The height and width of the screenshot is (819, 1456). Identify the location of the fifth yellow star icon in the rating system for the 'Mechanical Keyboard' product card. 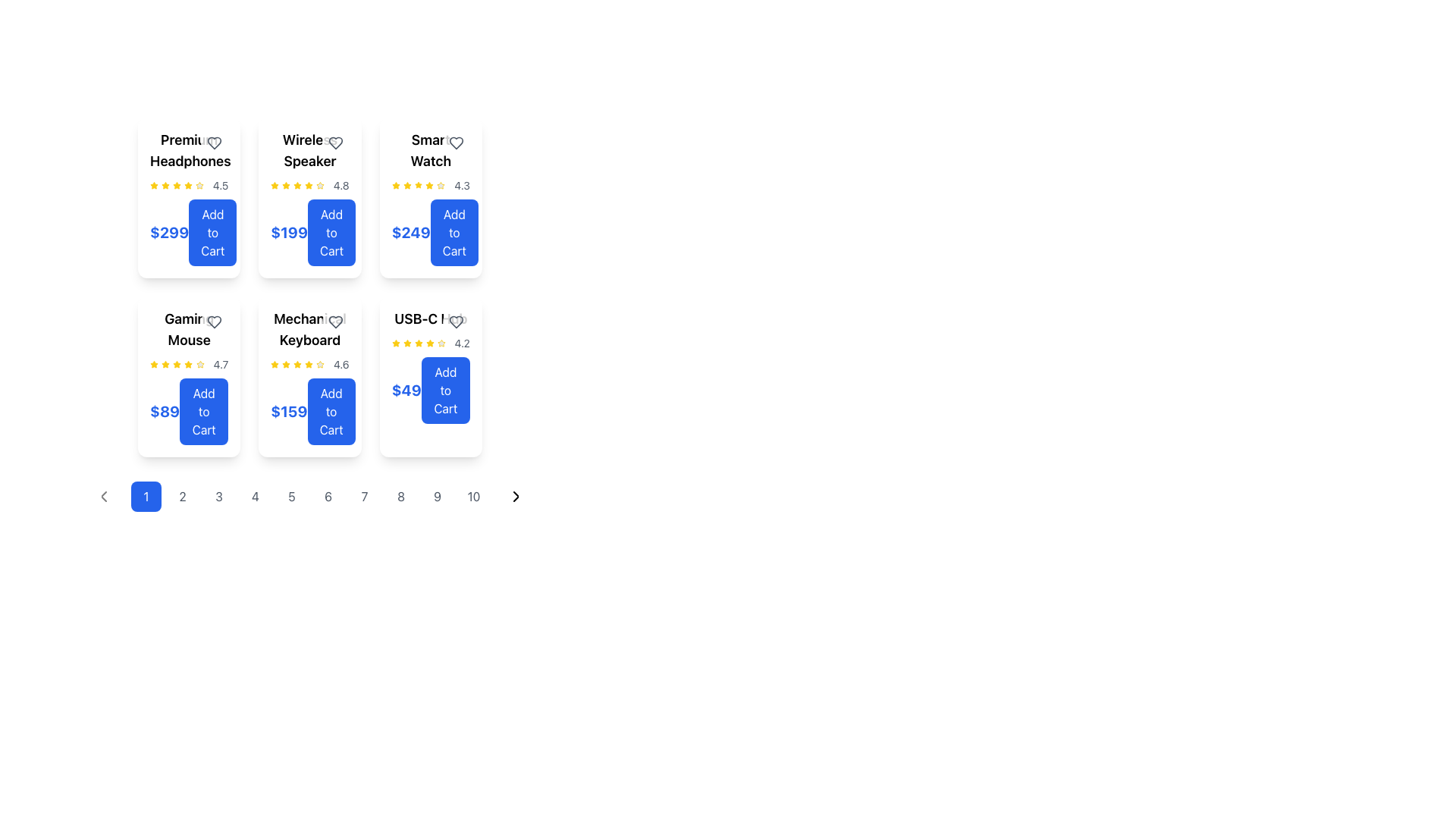
(297, 365).